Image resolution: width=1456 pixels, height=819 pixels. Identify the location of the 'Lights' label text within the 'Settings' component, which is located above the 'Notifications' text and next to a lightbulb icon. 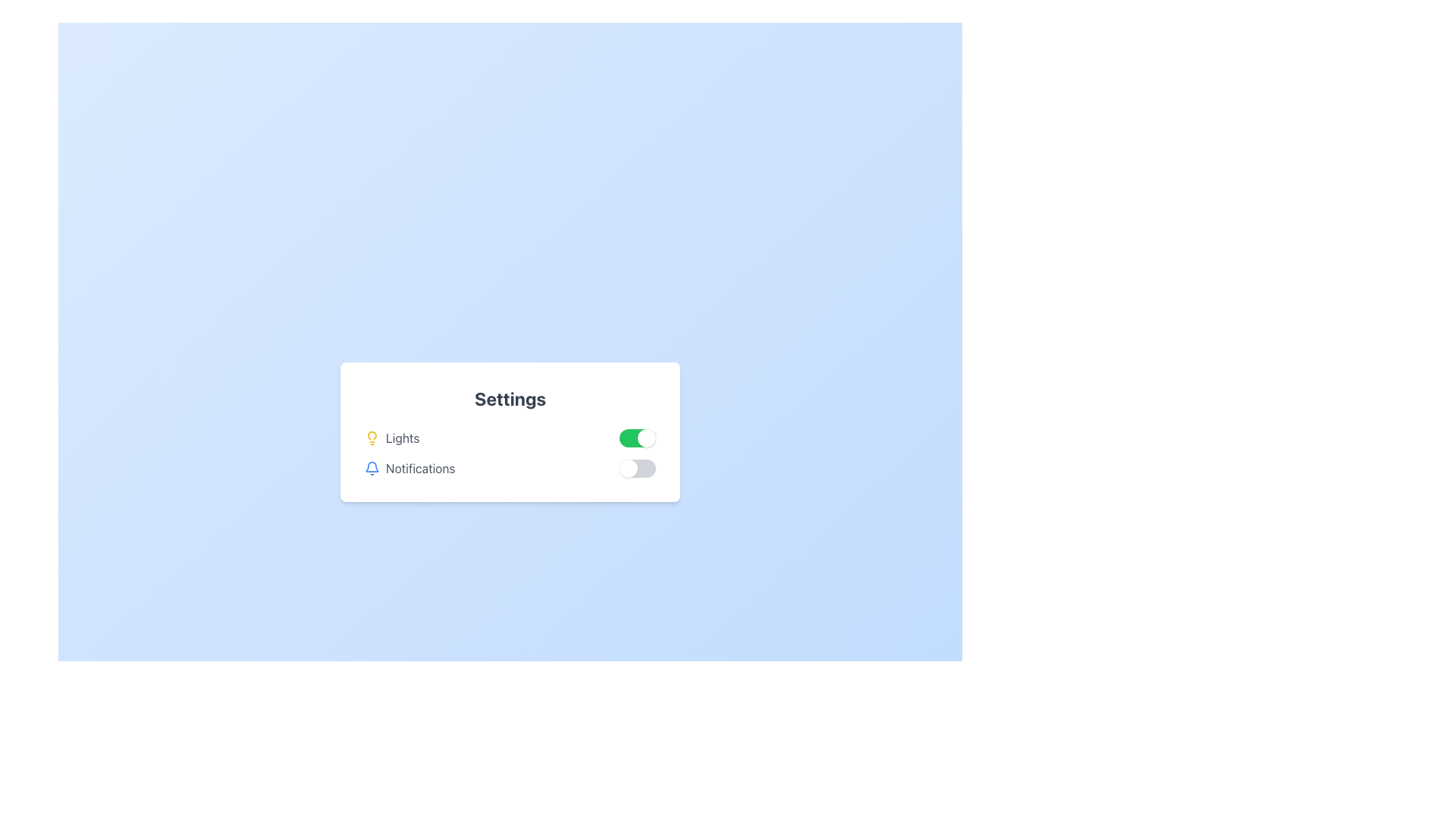
(403, 438).